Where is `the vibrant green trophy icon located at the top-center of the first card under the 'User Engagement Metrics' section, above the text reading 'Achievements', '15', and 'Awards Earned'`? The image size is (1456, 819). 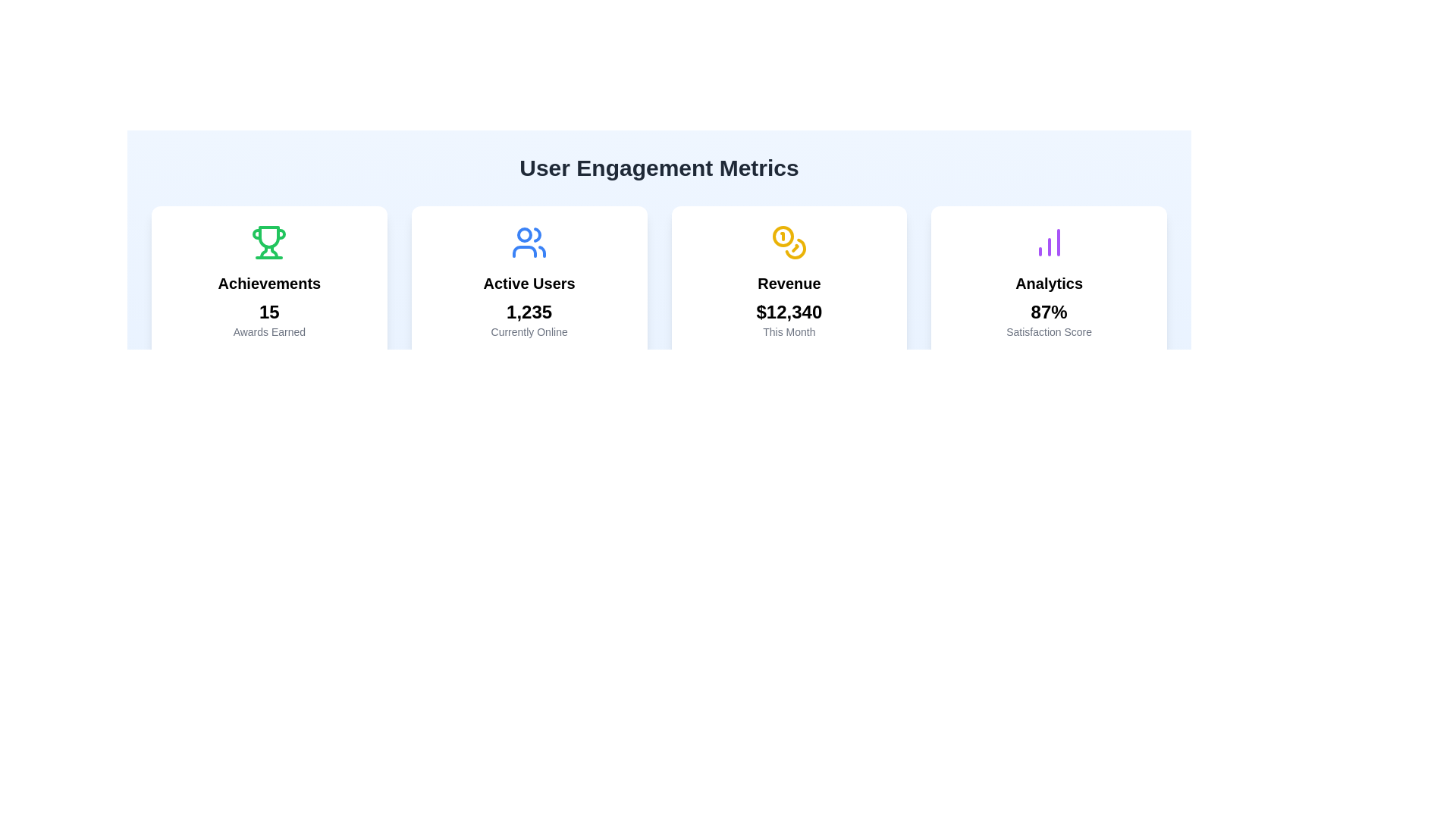
the vibrant green trophy icon located at the top-center of the first card under the 'User Engagement Metrics' section, above the text reading 'Achievements', '15', and 'Awards Earned' is located at coordinates (269, 242).